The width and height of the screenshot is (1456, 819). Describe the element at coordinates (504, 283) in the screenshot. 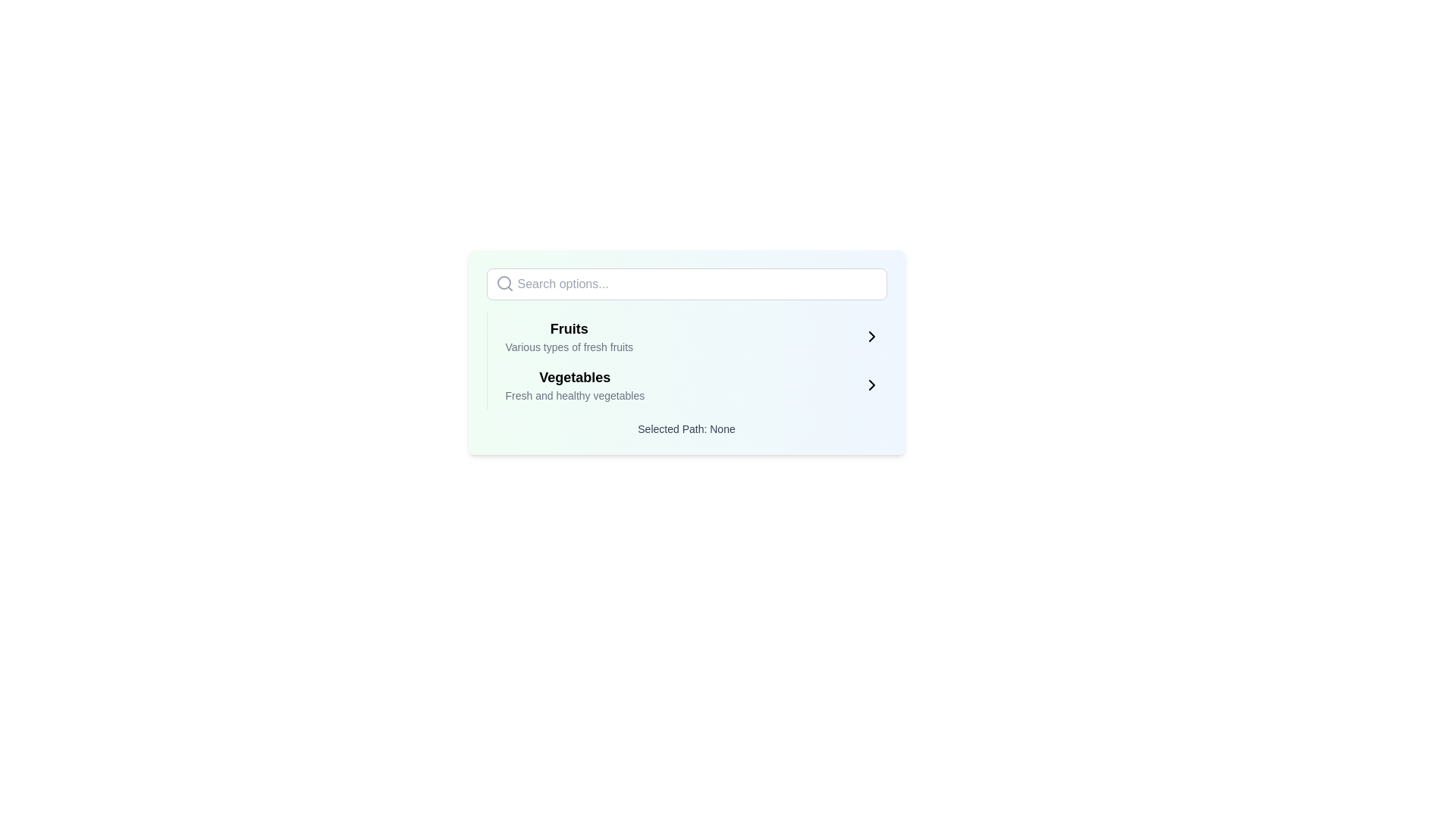

I see `the circular portion of the magnifying glass icon, which represents the lens and is located at the left edge of the search input field` at that location.